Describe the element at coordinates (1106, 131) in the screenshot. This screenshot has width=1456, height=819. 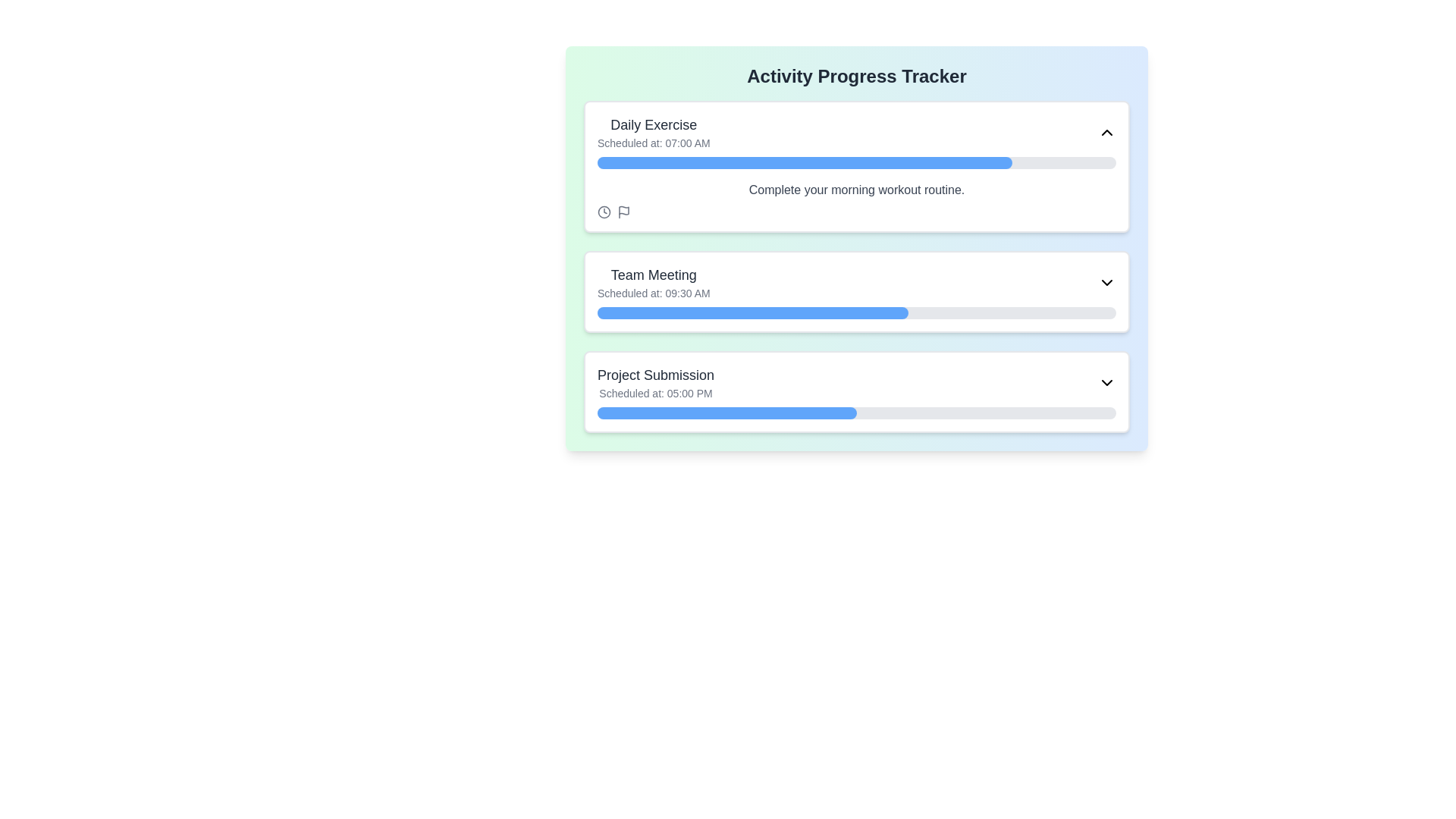
I see `the Chevron-Up icon in the top-right corner of the 'Daily Exercise' card` at that location.